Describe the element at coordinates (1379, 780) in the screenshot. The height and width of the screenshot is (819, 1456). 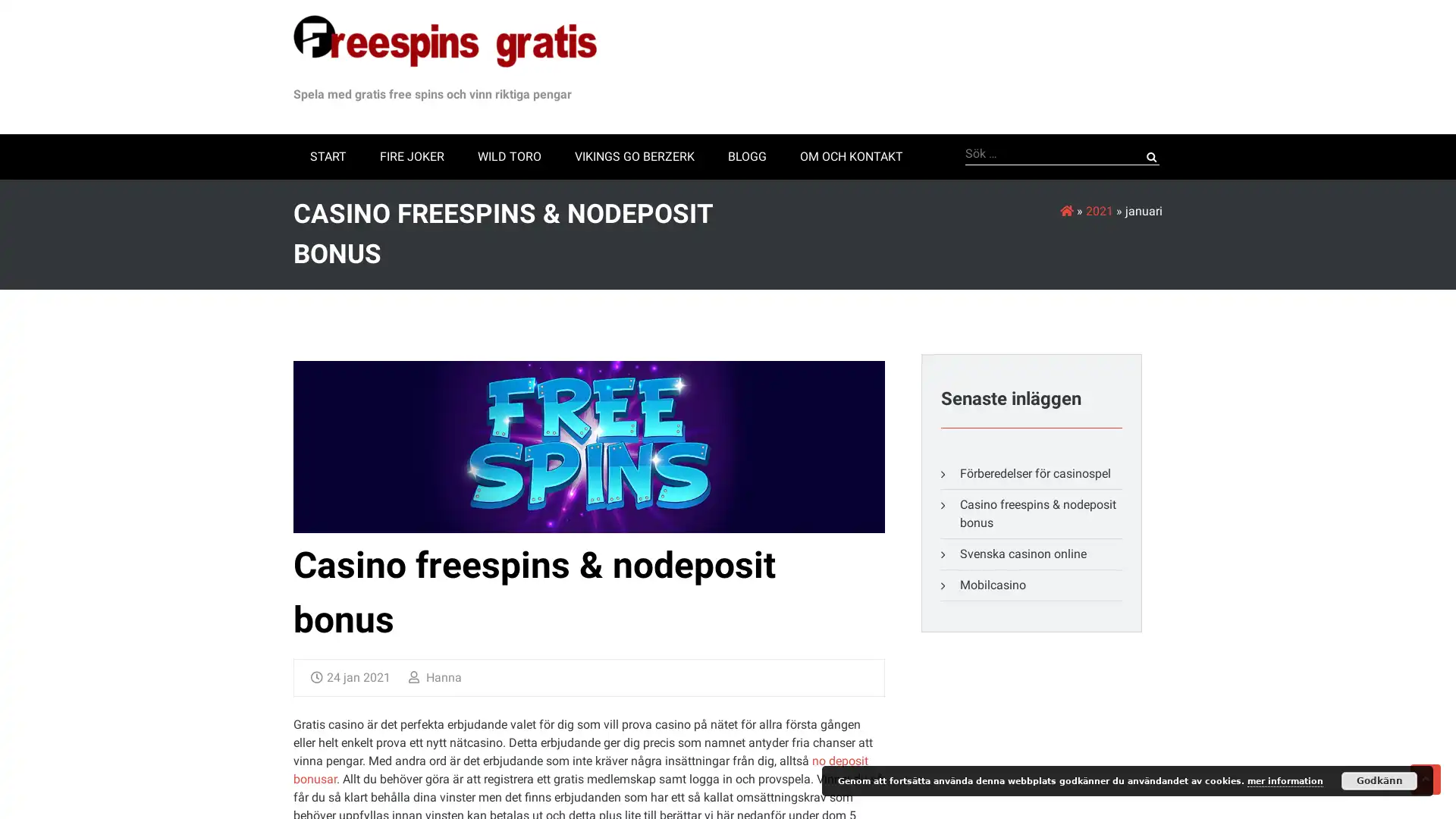
I see `Godkann` at that location.